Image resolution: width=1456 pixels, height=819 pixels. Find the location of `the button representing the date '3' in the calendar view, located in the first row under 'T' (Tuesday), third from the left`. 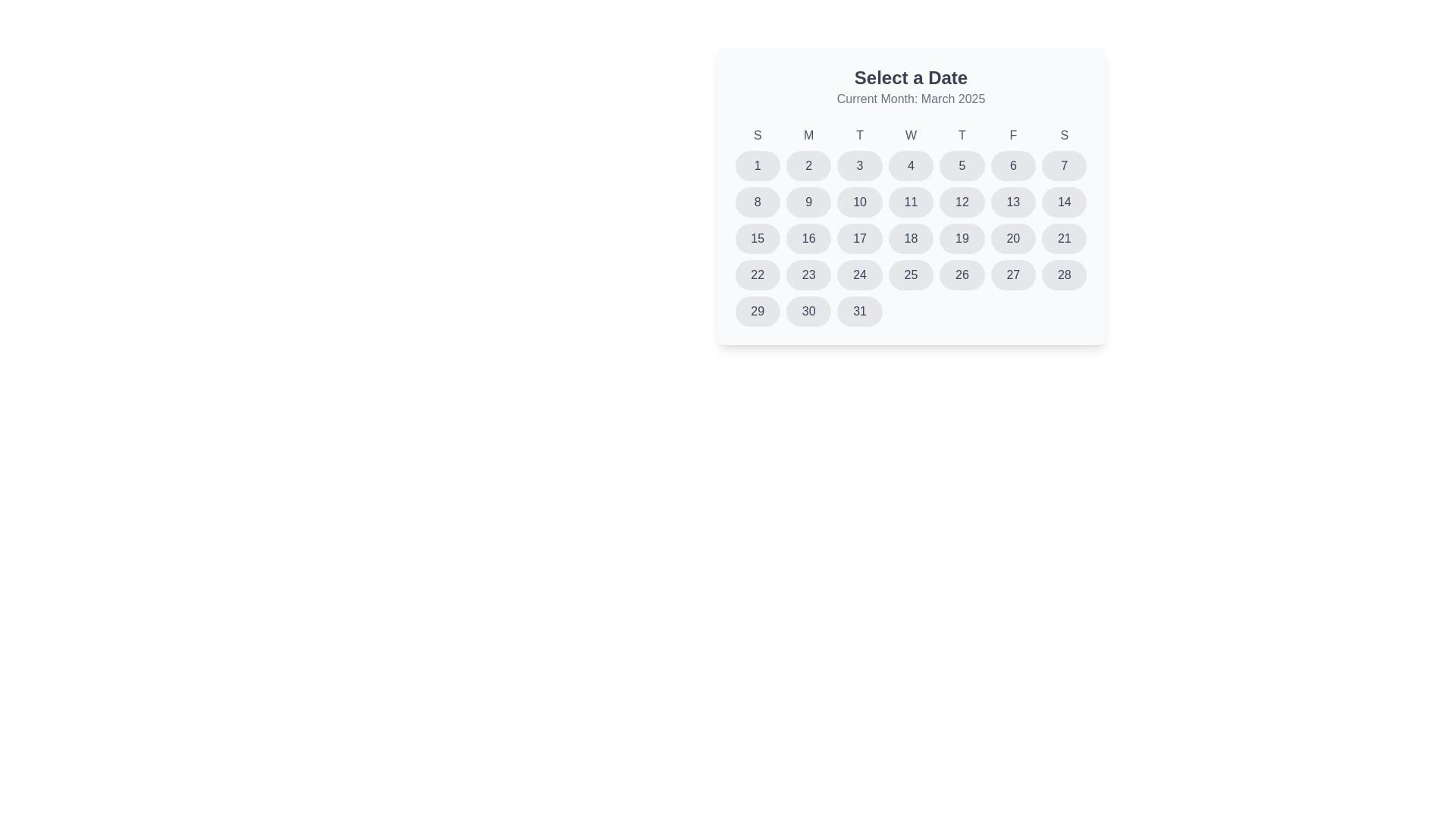

the button representing the date '3' in the calendar view, located in the first row under 'T' (Tuesday), third from the left is located at coordinates (860, 166).